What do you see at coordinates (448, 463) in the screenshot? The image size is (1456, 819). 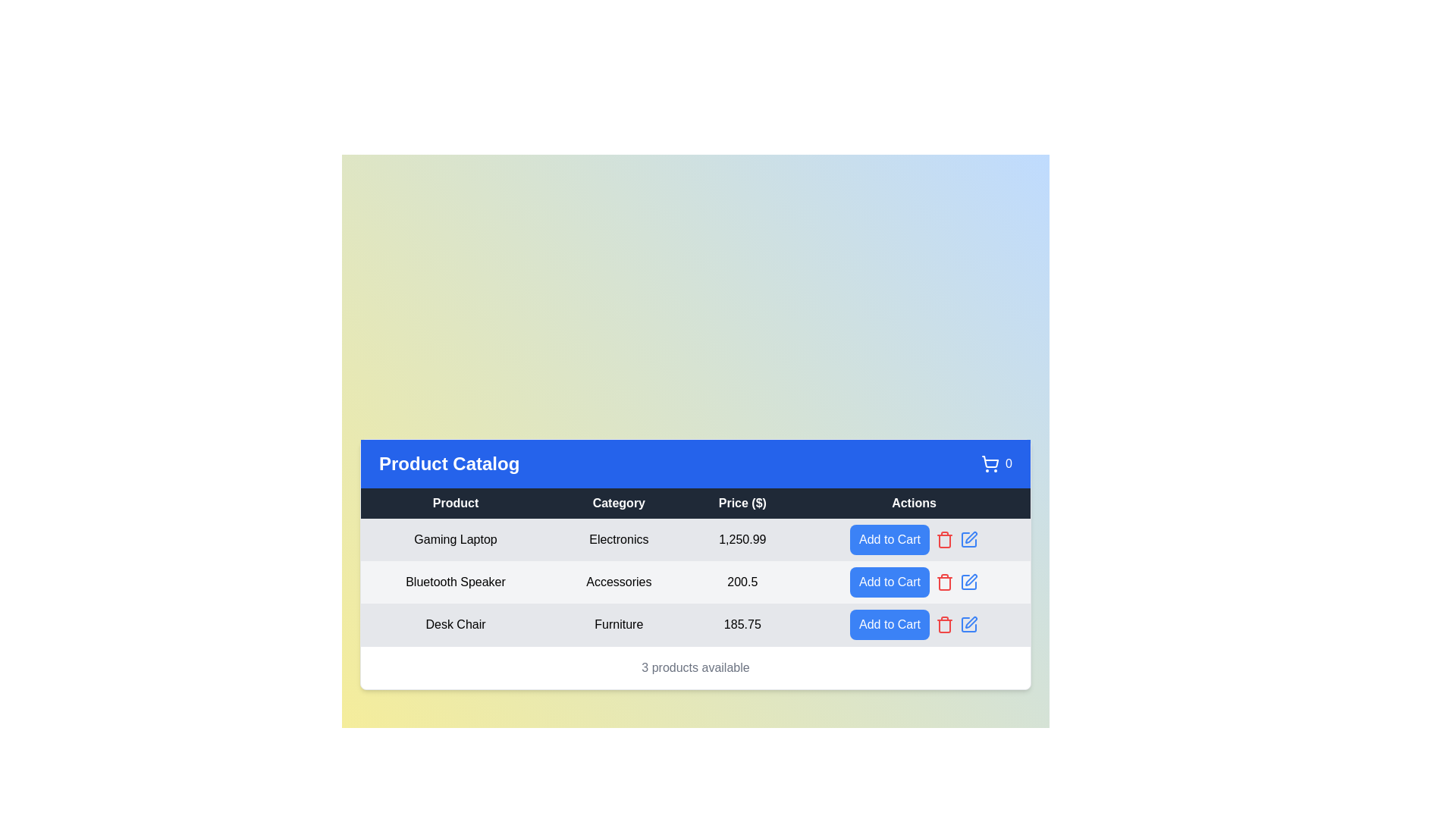 I see `the 'Product Catalog' text label, which is a bold heading with white font color on a blue background, located on the left side of the navigation bar at the top of the content section` at bounding box center [448, 463].